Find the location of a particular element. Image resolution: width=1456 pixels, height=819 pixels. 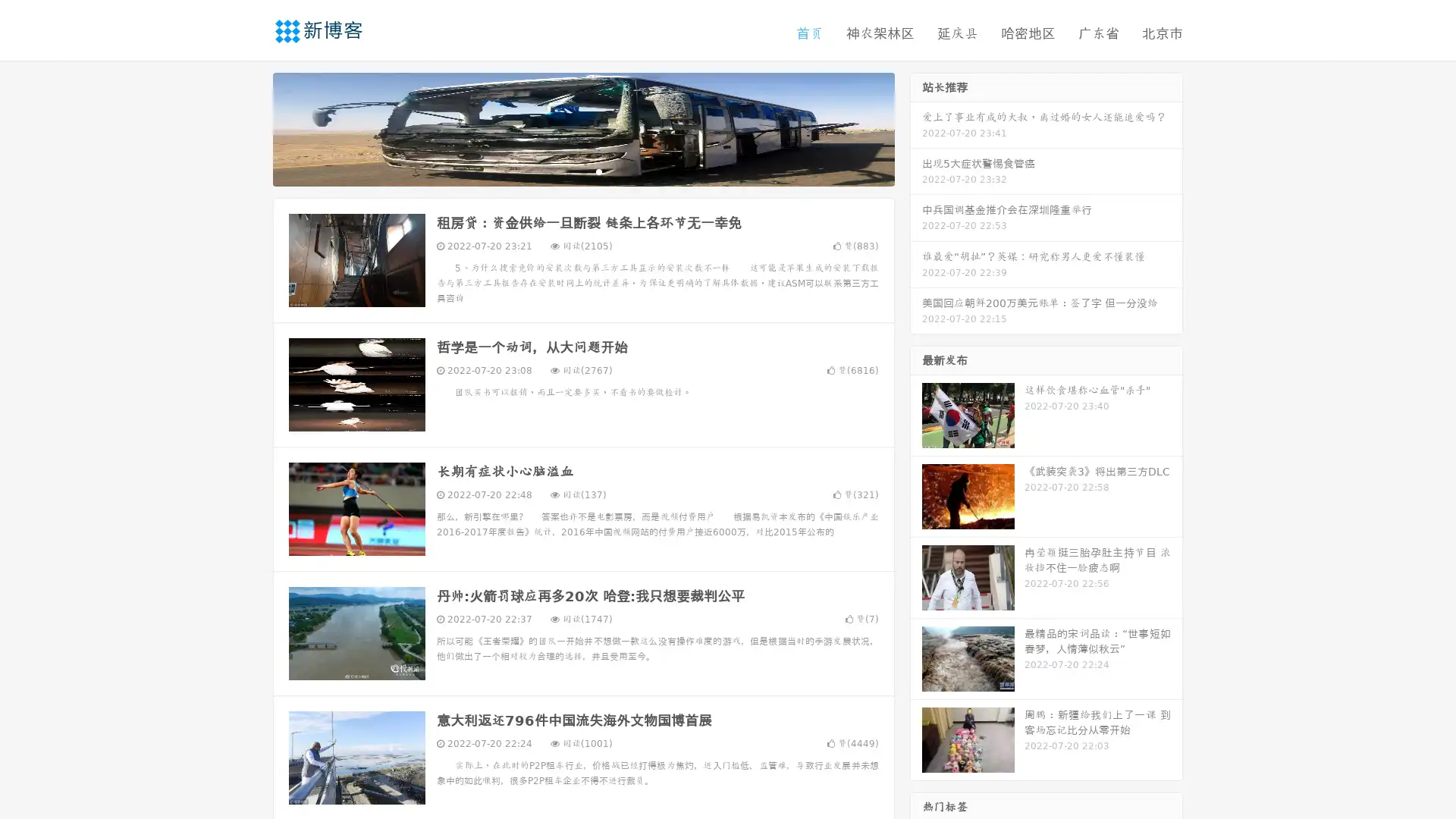

Previous slide is located at coordinates (250, 127).